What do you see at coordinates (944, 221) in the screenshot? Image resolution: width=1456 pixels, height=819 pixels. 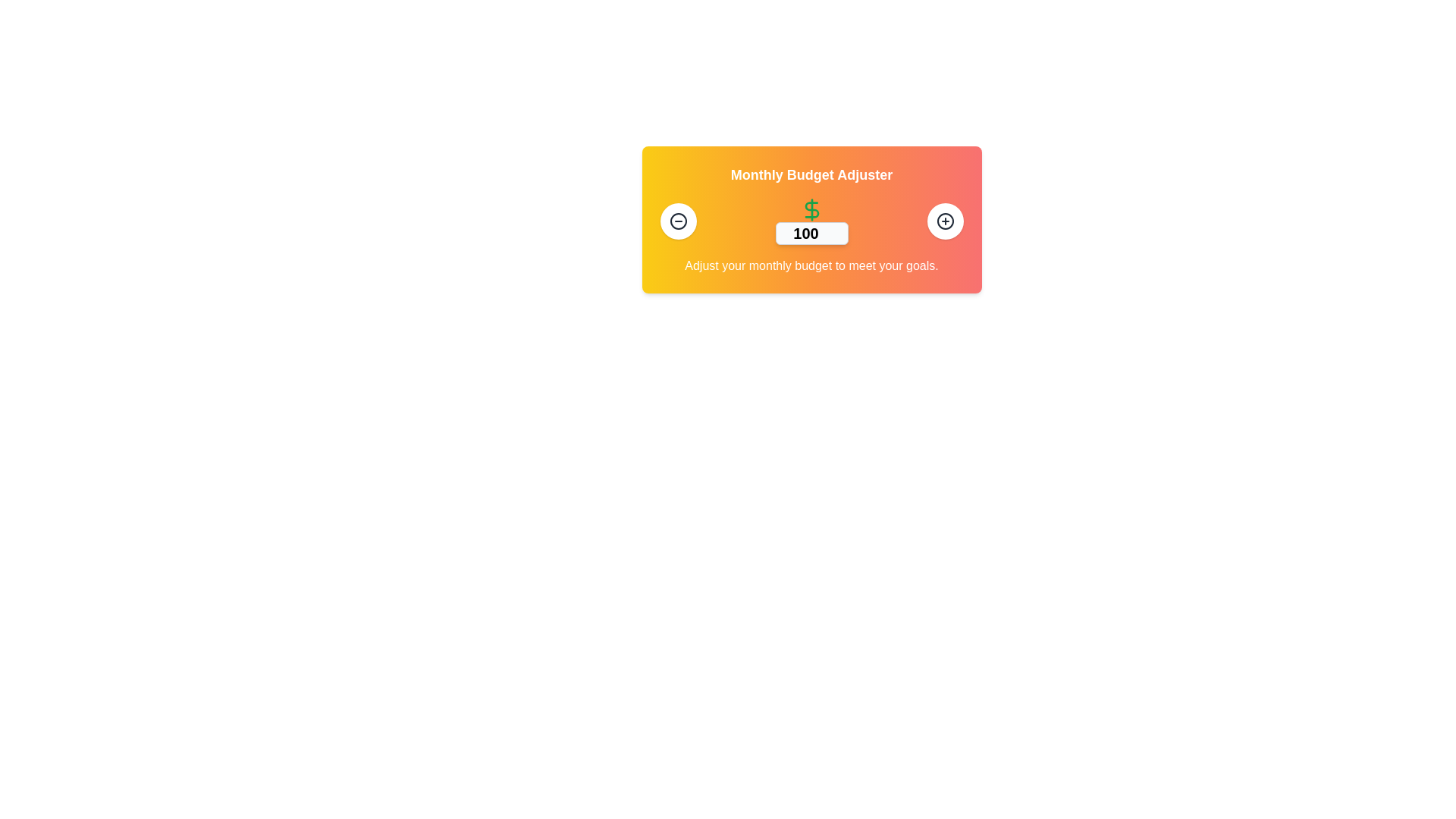 I see `the increment button located at the rightmost side of the layout, adjacent to the number display component` at bounding box center [944, 221].